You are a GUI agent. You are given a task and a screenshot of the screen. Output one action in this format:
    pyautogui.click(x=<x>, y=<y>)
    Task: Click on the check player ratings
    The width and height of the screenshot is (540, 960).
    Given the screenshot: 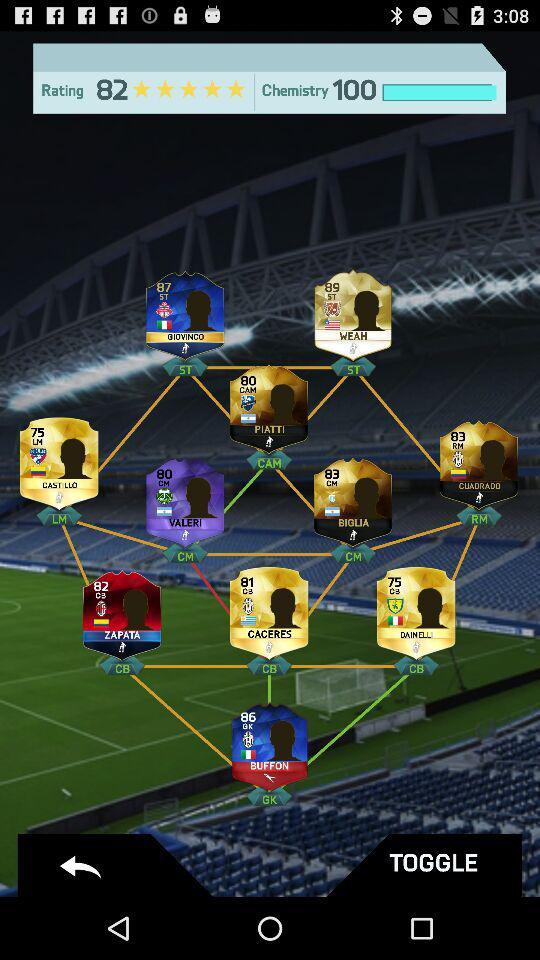 What is the action you would take?
    pyautogui.click(x=415, y=608)
    